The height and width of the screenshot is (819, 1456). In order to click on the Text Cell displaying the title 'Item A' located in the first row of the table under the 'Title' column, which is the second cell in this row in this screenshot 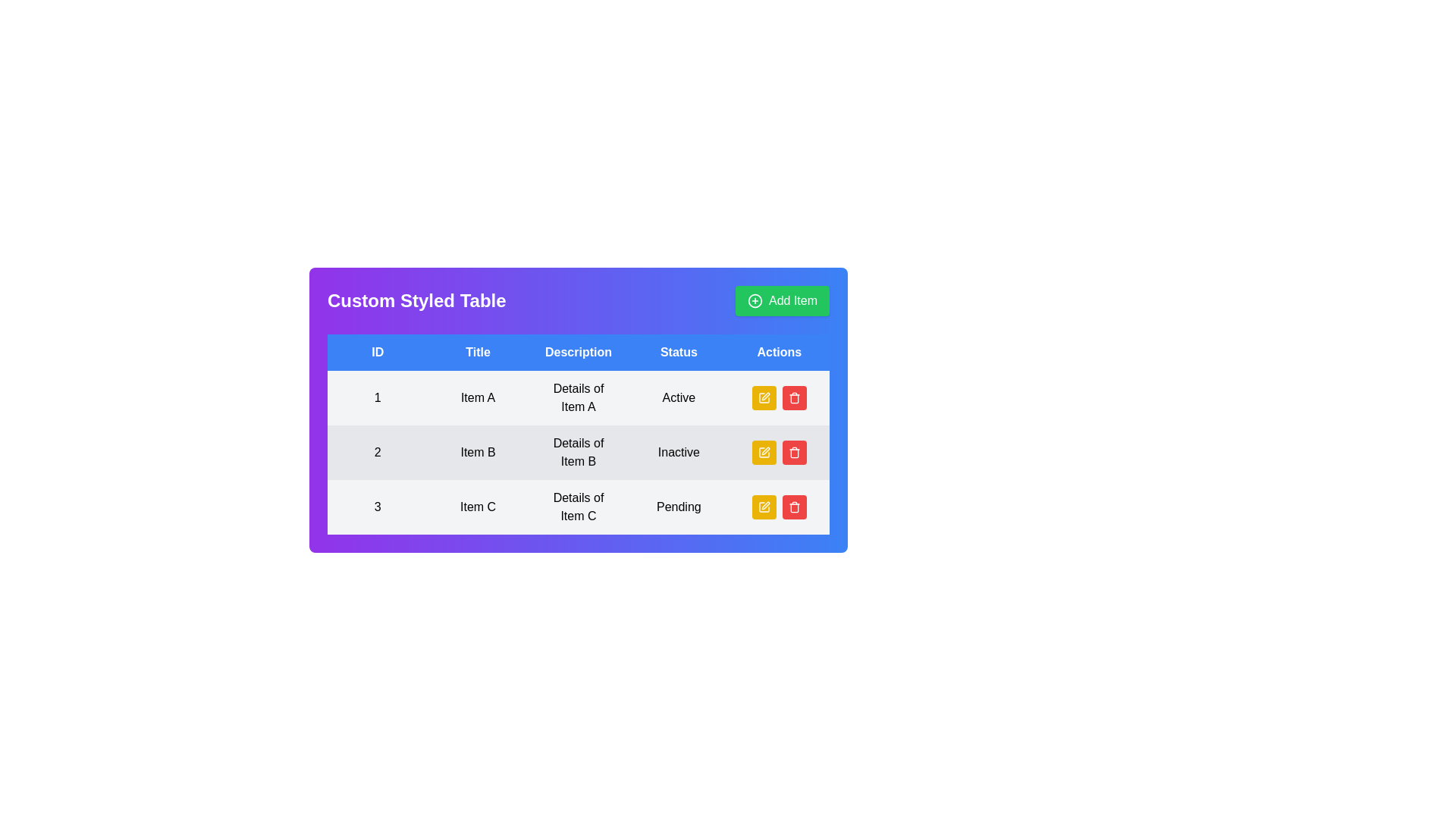, I will do `click(477, 397)`.